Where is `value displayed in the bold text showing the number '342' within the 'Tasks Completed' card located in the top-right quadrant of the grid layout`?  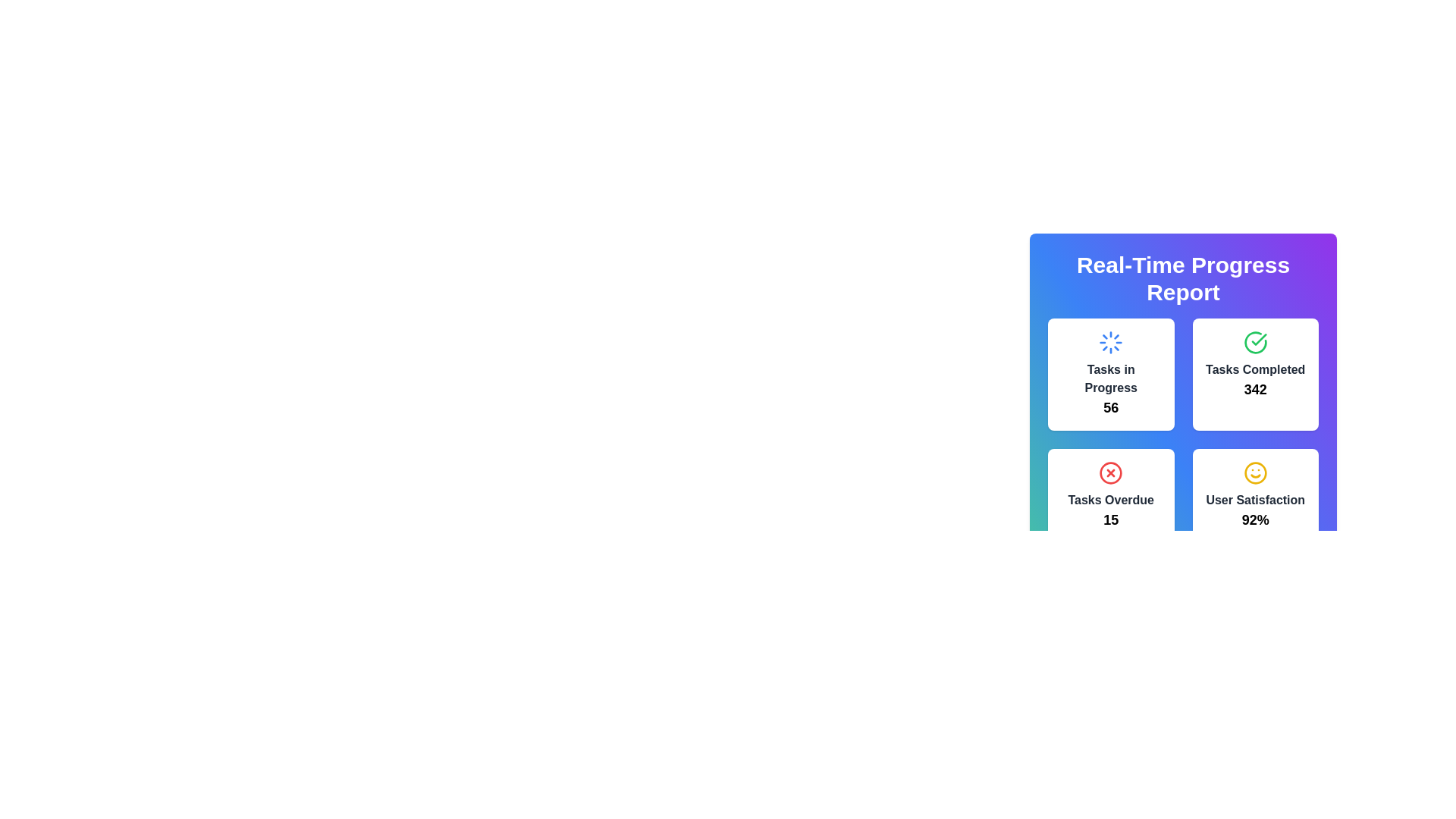 value displayed in the bold text showing the number '342' within the 'Tasks Completed' card located in the top-right quadrant of the grid layout is located at coordinates (1255, 388).